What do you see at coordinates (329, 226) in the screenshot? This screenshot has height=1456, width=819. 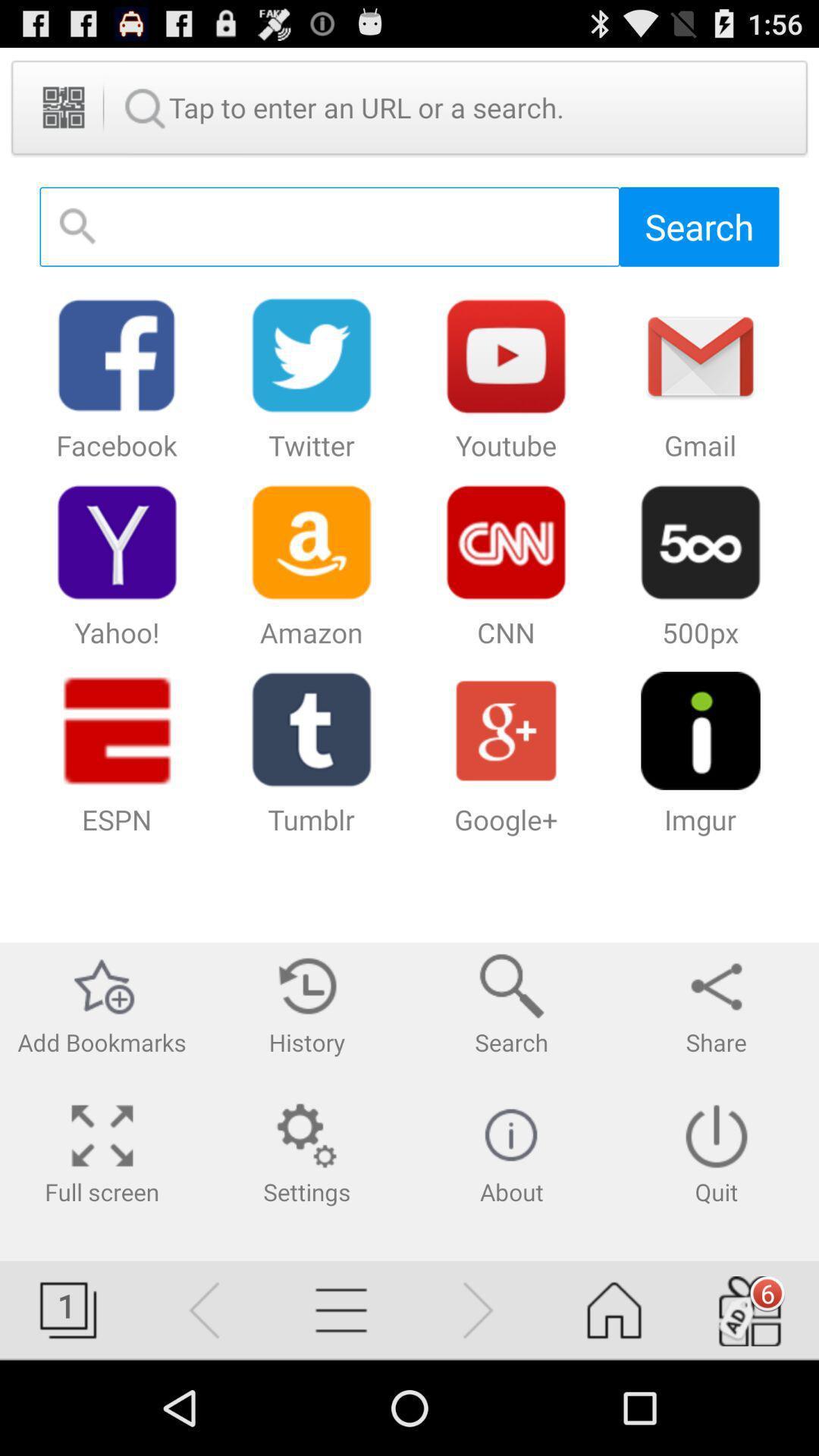 I see `open search bar` at bounding box center [329, 226].